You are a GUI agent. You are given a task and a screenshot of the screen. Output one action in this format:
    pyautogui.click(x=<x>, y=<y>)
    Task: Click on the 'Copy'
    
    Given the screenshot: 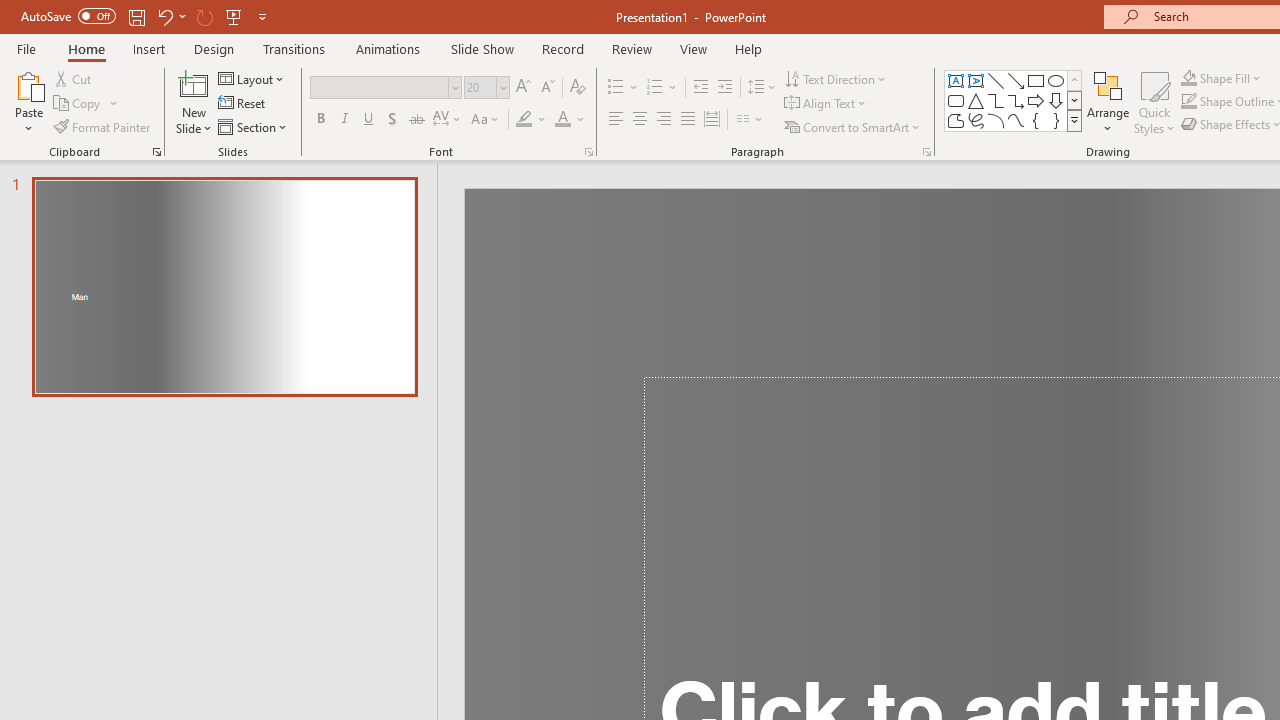 What is the action you would take?
    pyautogui.click(x=85, y=103)
    